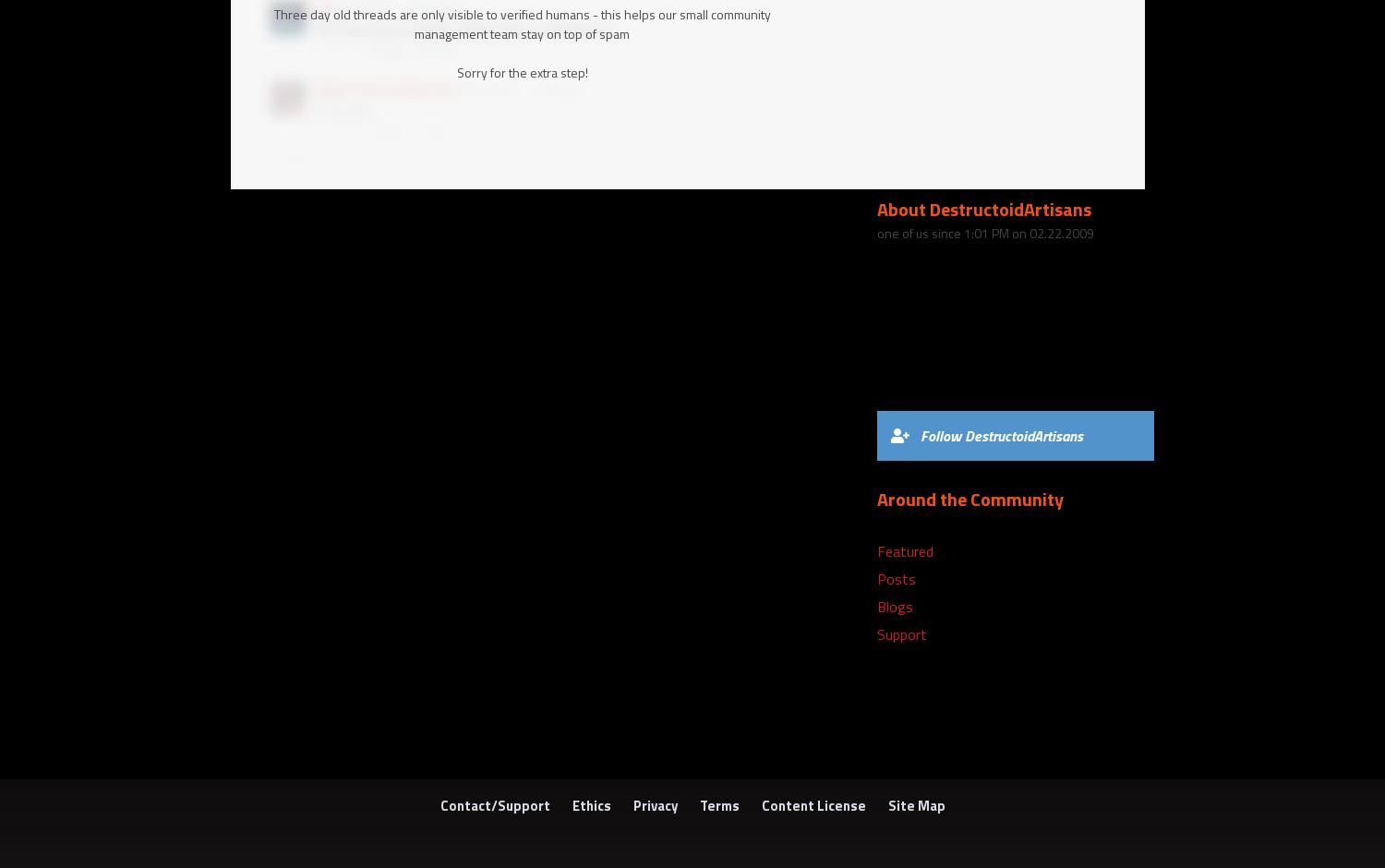 This screenshot has height=868, width=1385. What do you see at coordinates (494, 804) in the screenshot?
I see `'Contact/Support'` at bounding box center [494, 804].